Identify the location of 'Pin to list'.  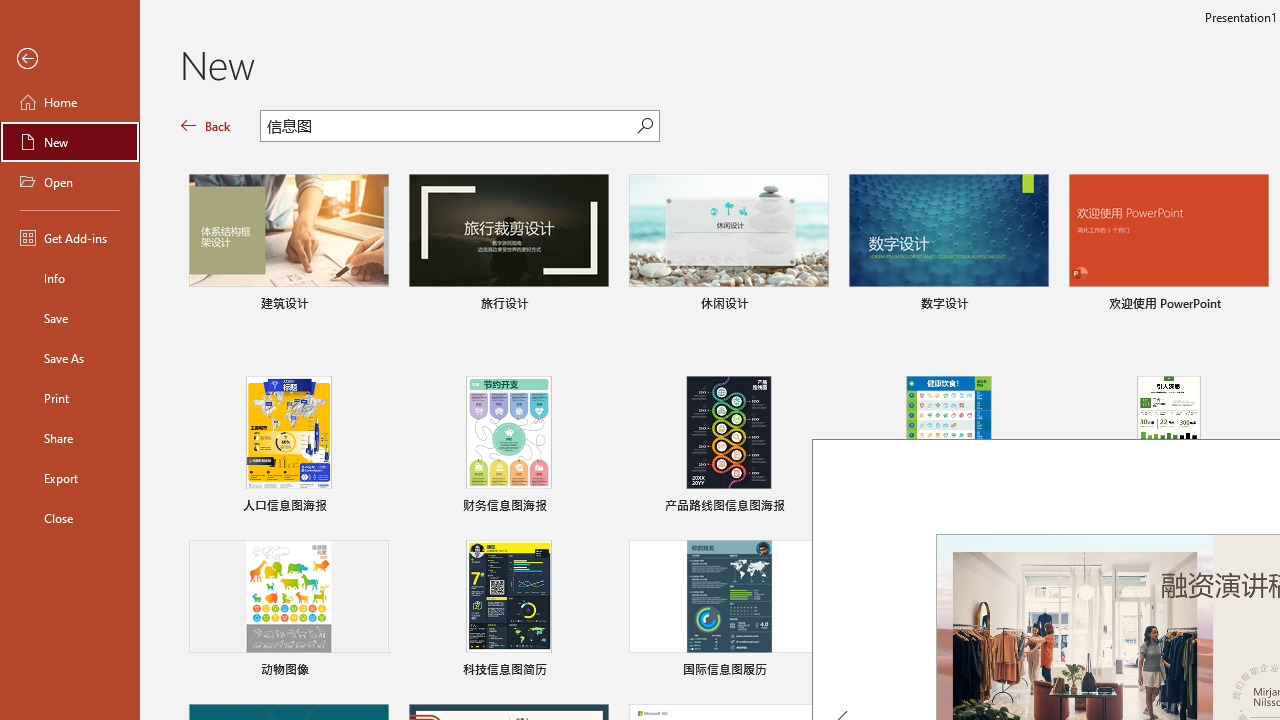
(1254, 672).